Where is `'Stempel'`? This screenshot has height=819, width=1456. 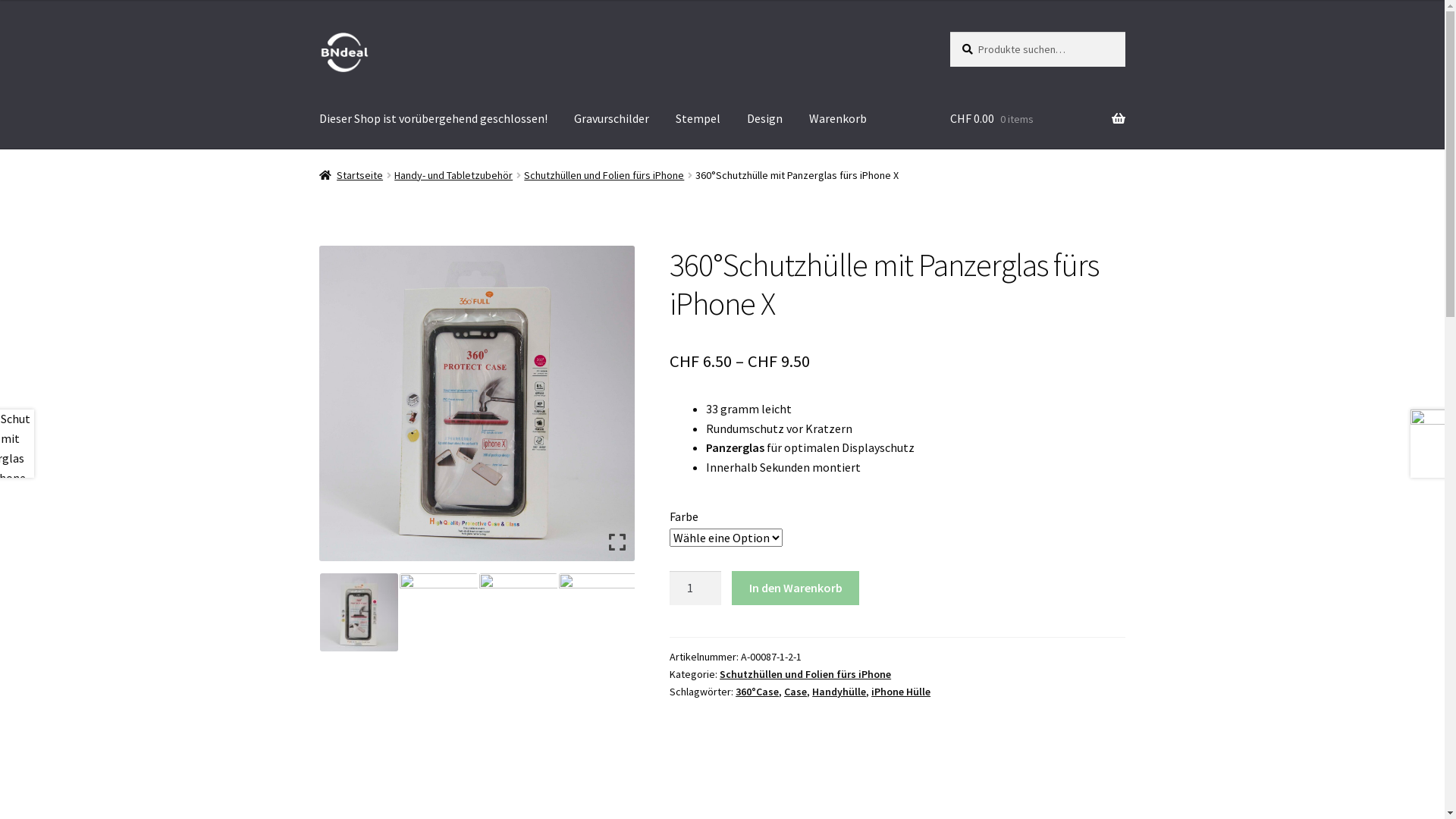
'Stempel' is located at coordinates (697, 118).